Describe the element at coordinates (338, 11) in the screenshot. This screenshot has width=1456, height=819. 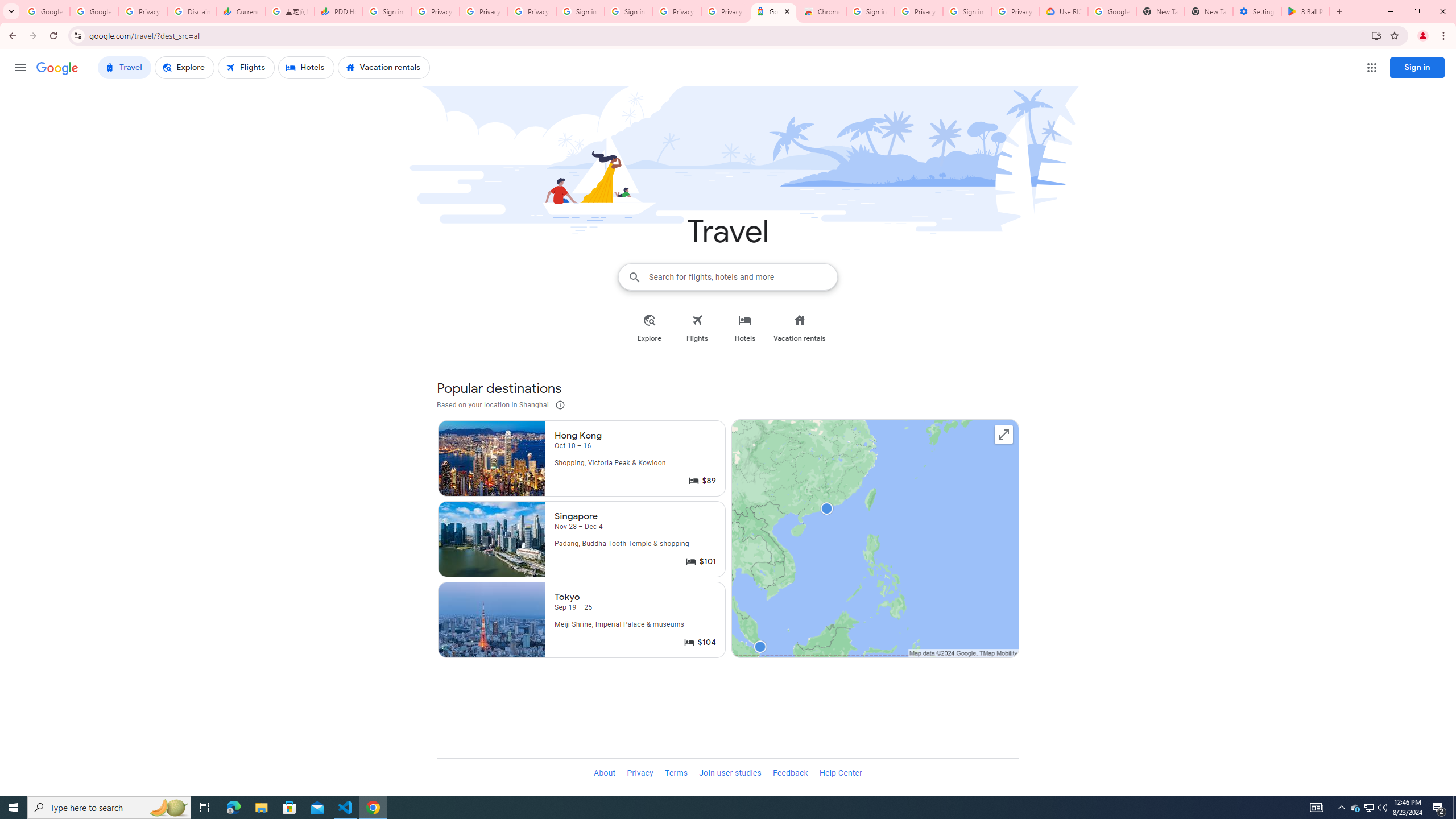
I see `'PDD Holdings Inc - ADR (PDD) Price & News - Google Finance'` at that location.